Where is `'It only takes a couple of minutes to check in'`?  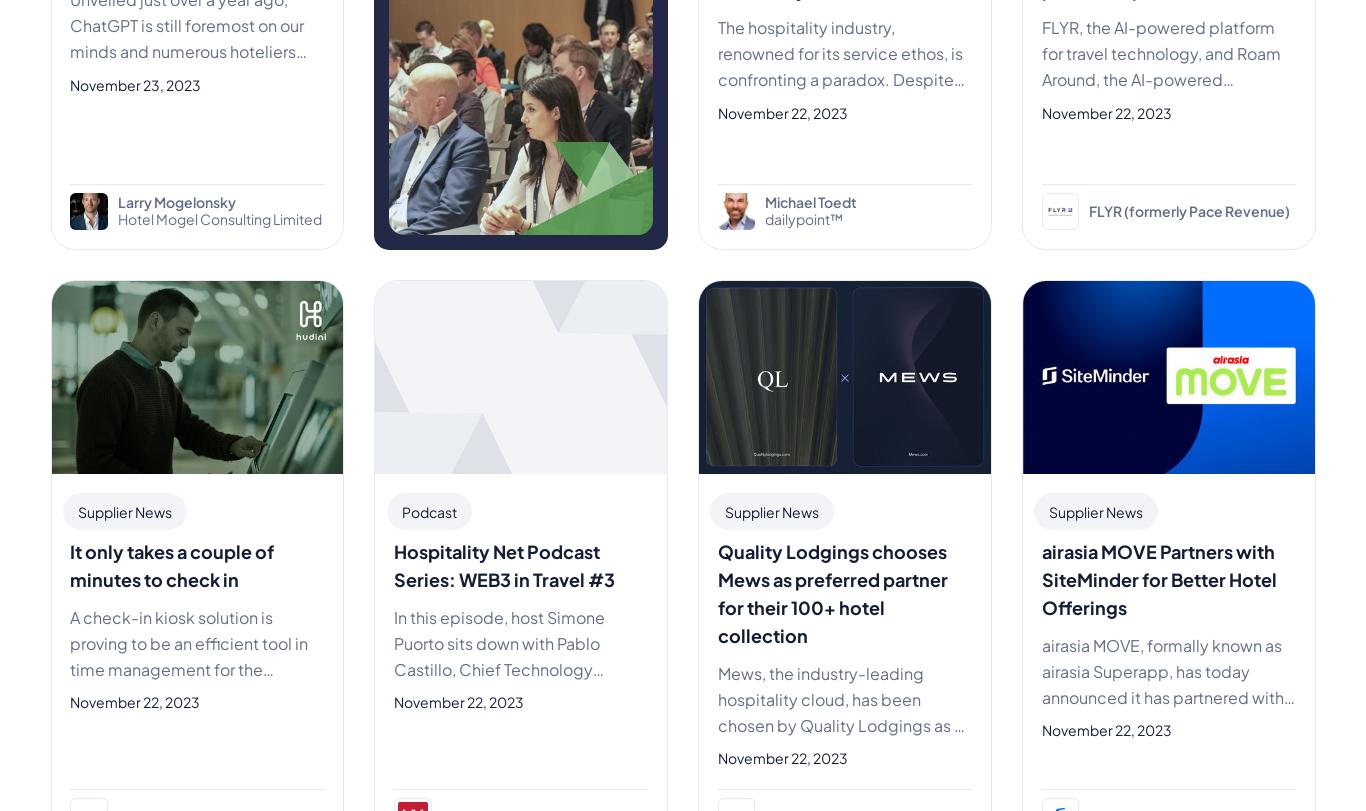 'It only takes a couple of minutes to check in' is located at coordinates (170, 563).